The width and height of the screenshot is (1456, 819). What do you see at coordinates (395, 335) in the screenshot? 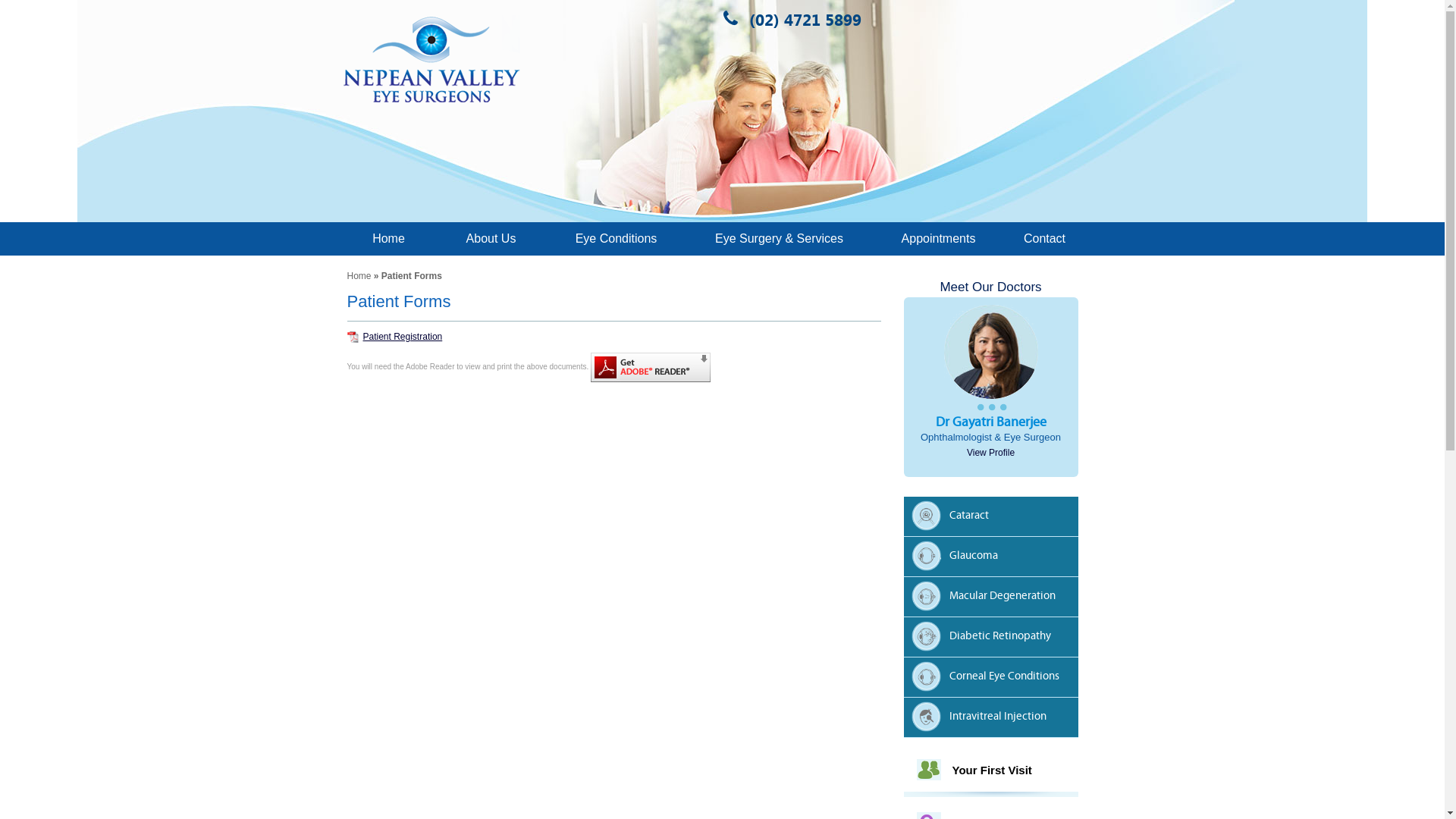
I see `'Patient Registration'` at bounding box center [395, 335].